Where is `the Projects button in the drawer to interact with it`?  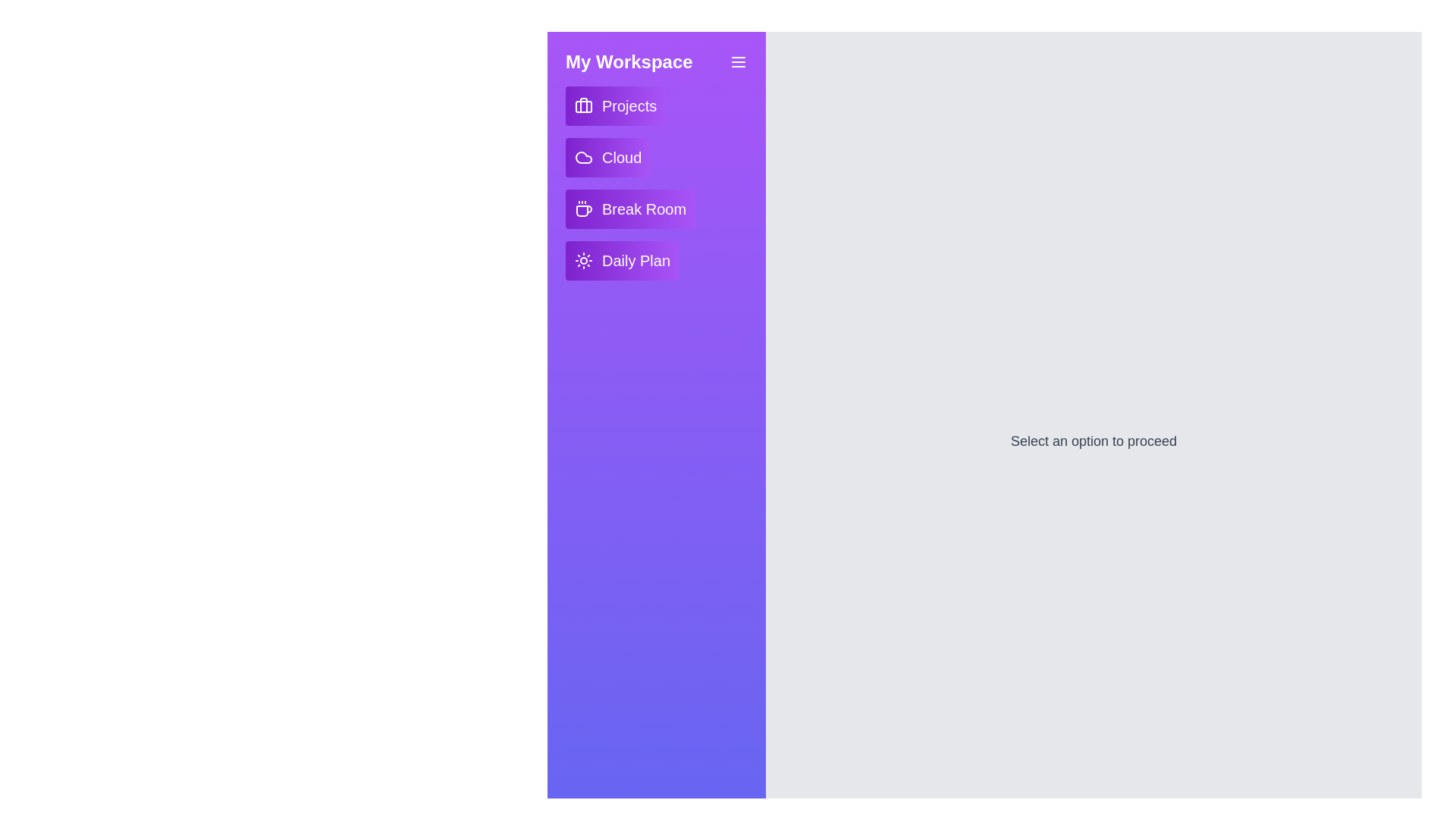
the Projects button in the drawer to interact with it is located at coordinates (615, 105).